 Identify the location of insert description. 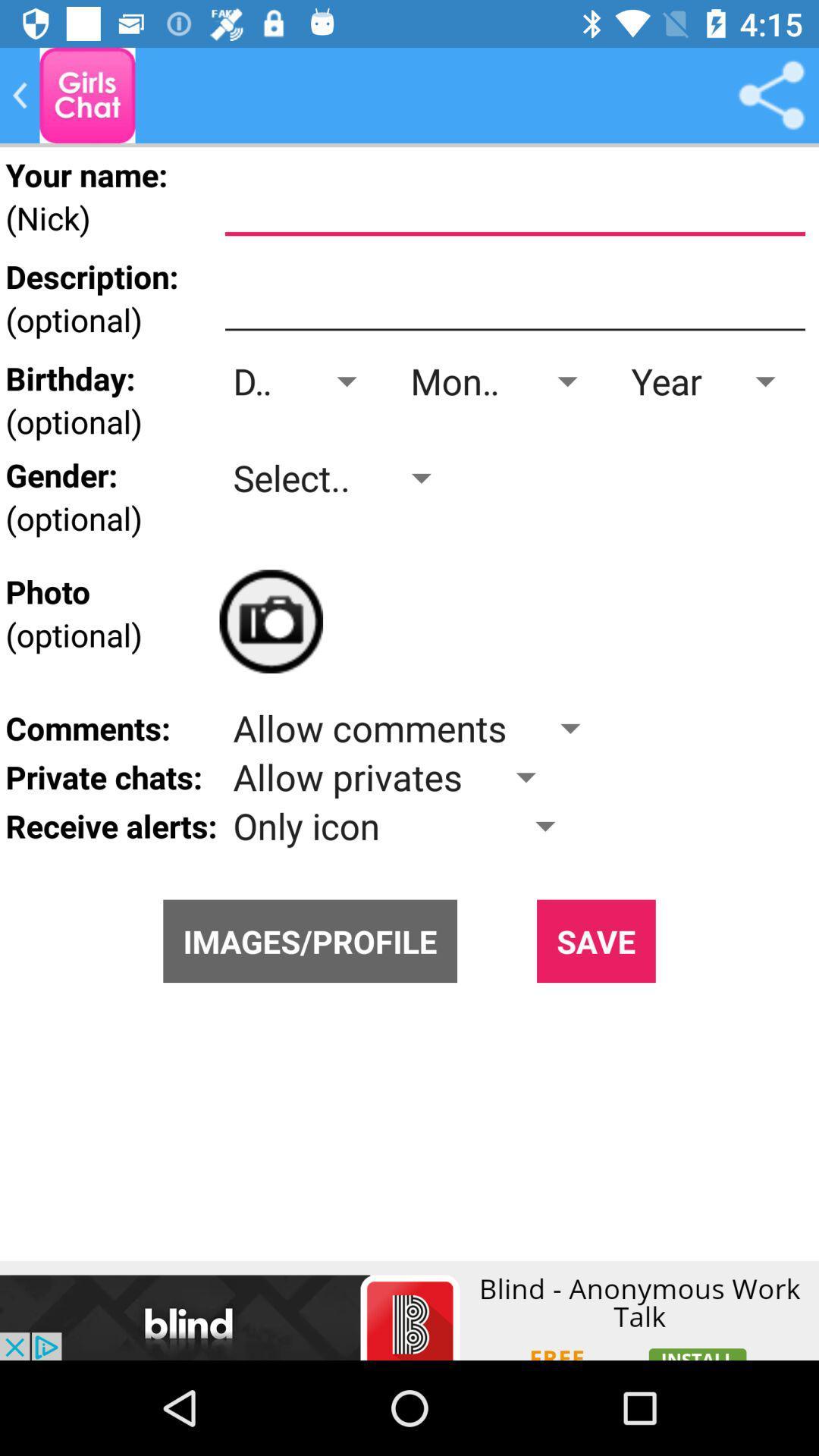
(514, 298).